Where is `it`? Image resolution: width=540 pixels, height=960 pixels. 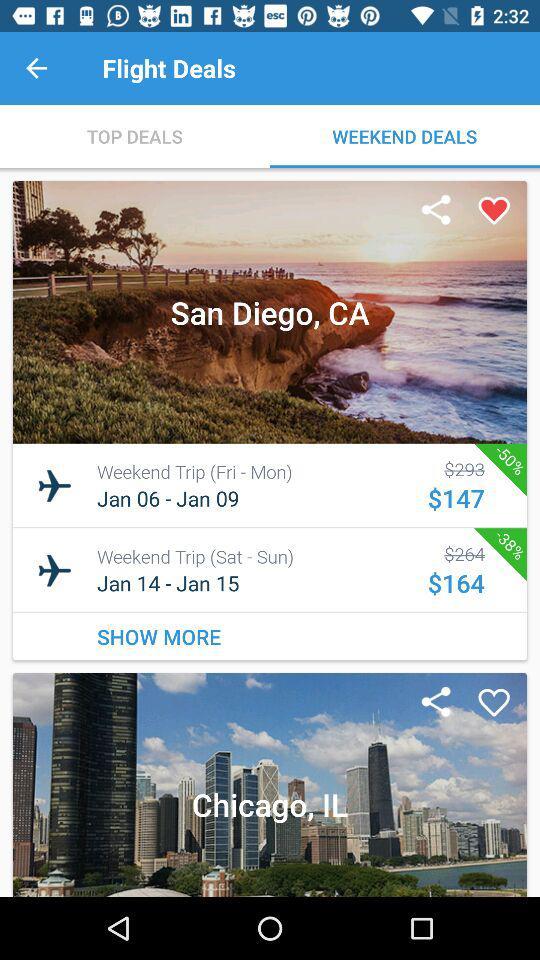 it is located at coordinates (493, 703).